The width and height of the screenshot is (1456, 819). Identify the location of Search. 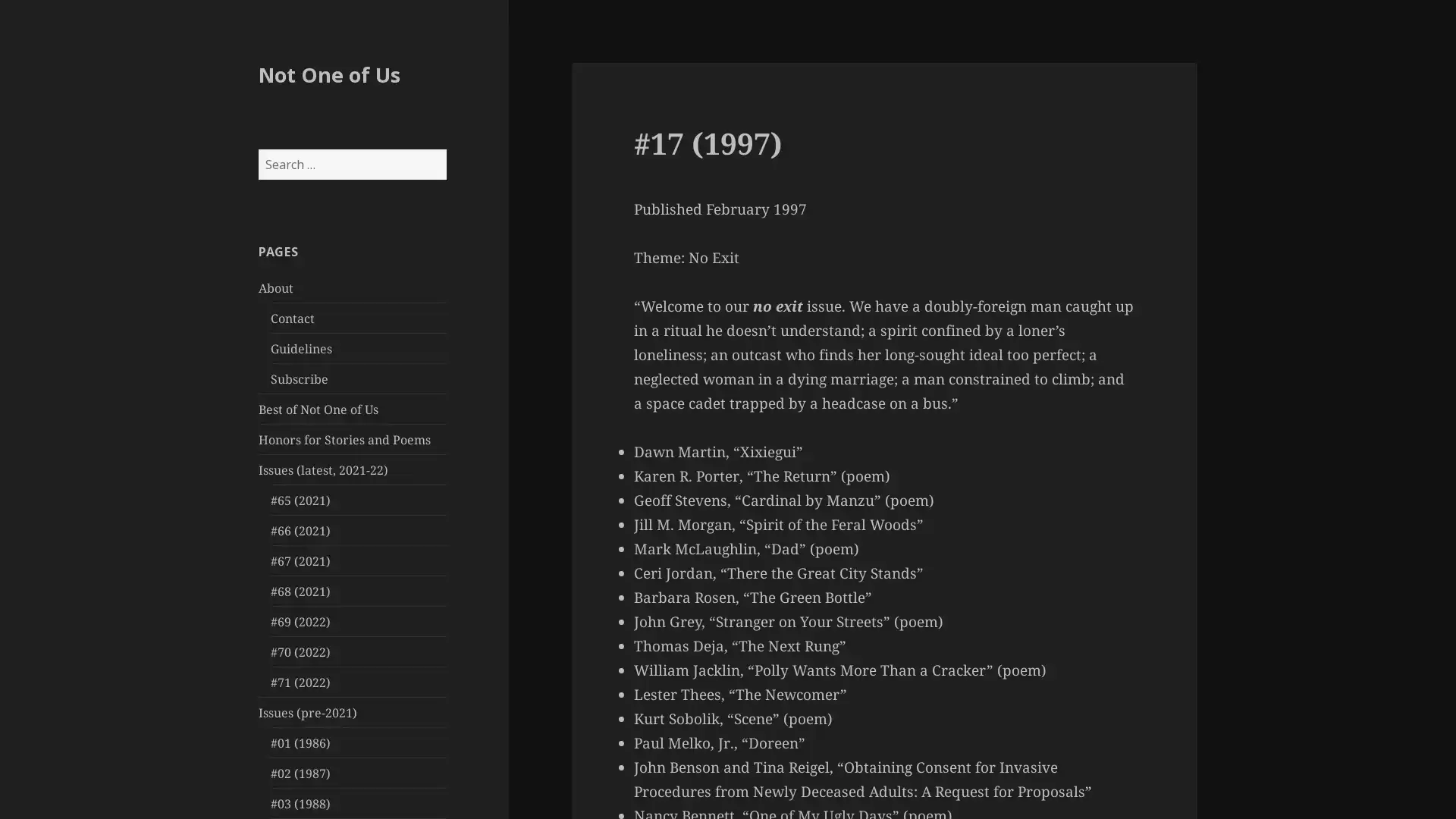
(444, 149).